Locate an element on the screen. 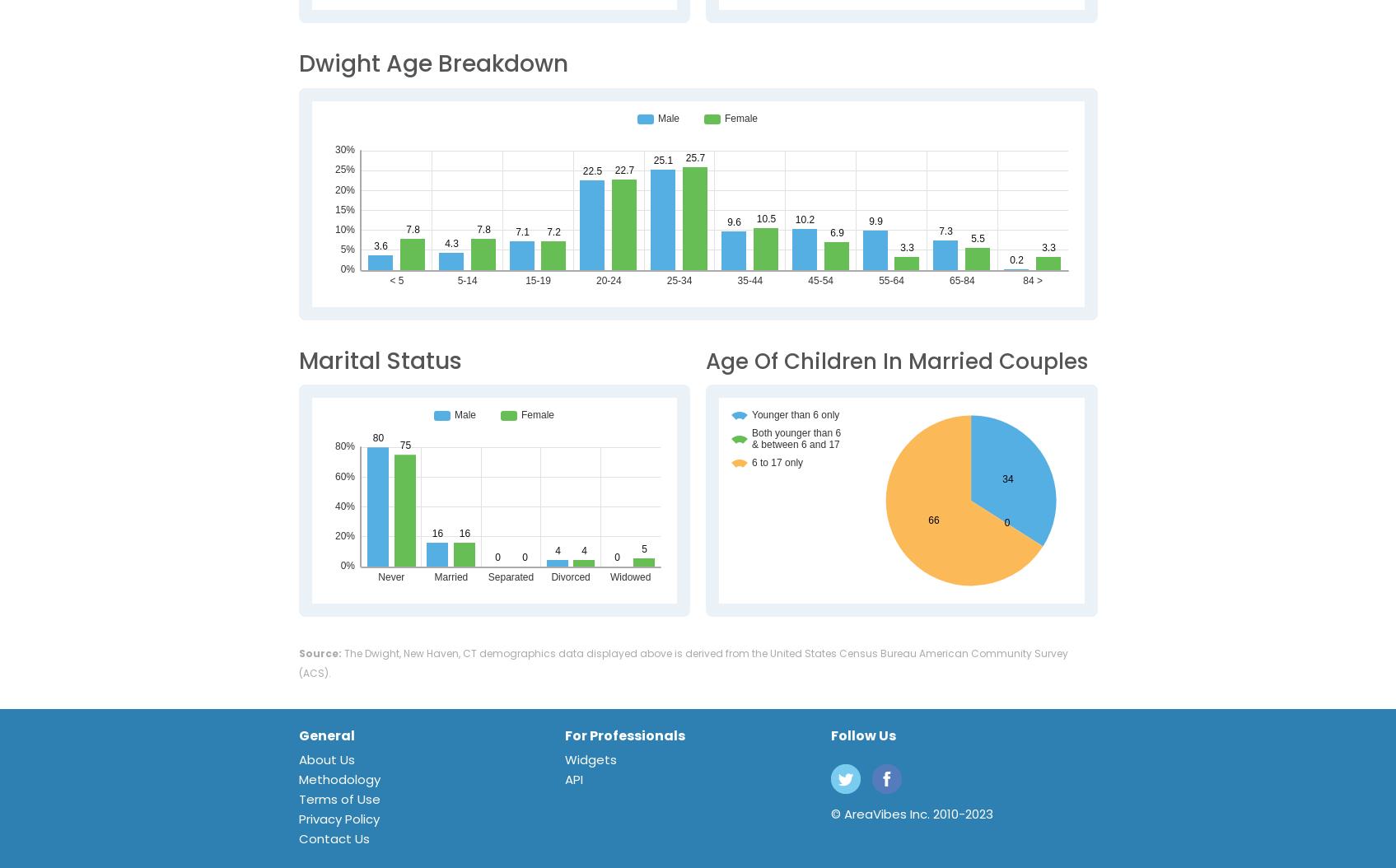 Image resolution: width=1396 pixels, height=868 pixels. '© AreaVibes Inc. 2010-2023' is located at coordinates (912, 814).